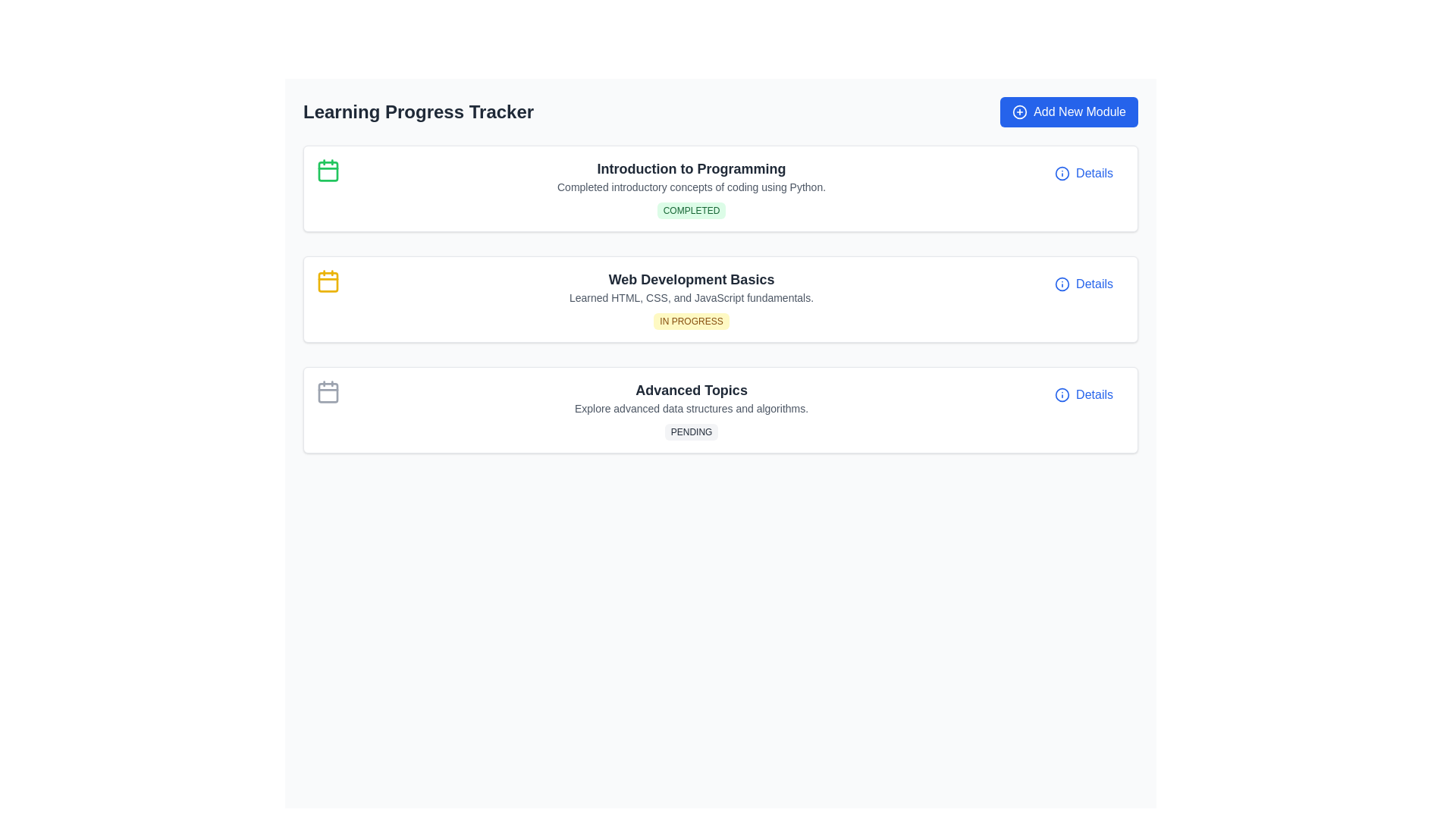 Image resolution: width=1456 pixels, height=819 pixels. I want to click on the interactive button located in the rightmost section of the 'Web Development Basics' card within the 'Learning Progress Tracker' interface, so click(1083, 284).